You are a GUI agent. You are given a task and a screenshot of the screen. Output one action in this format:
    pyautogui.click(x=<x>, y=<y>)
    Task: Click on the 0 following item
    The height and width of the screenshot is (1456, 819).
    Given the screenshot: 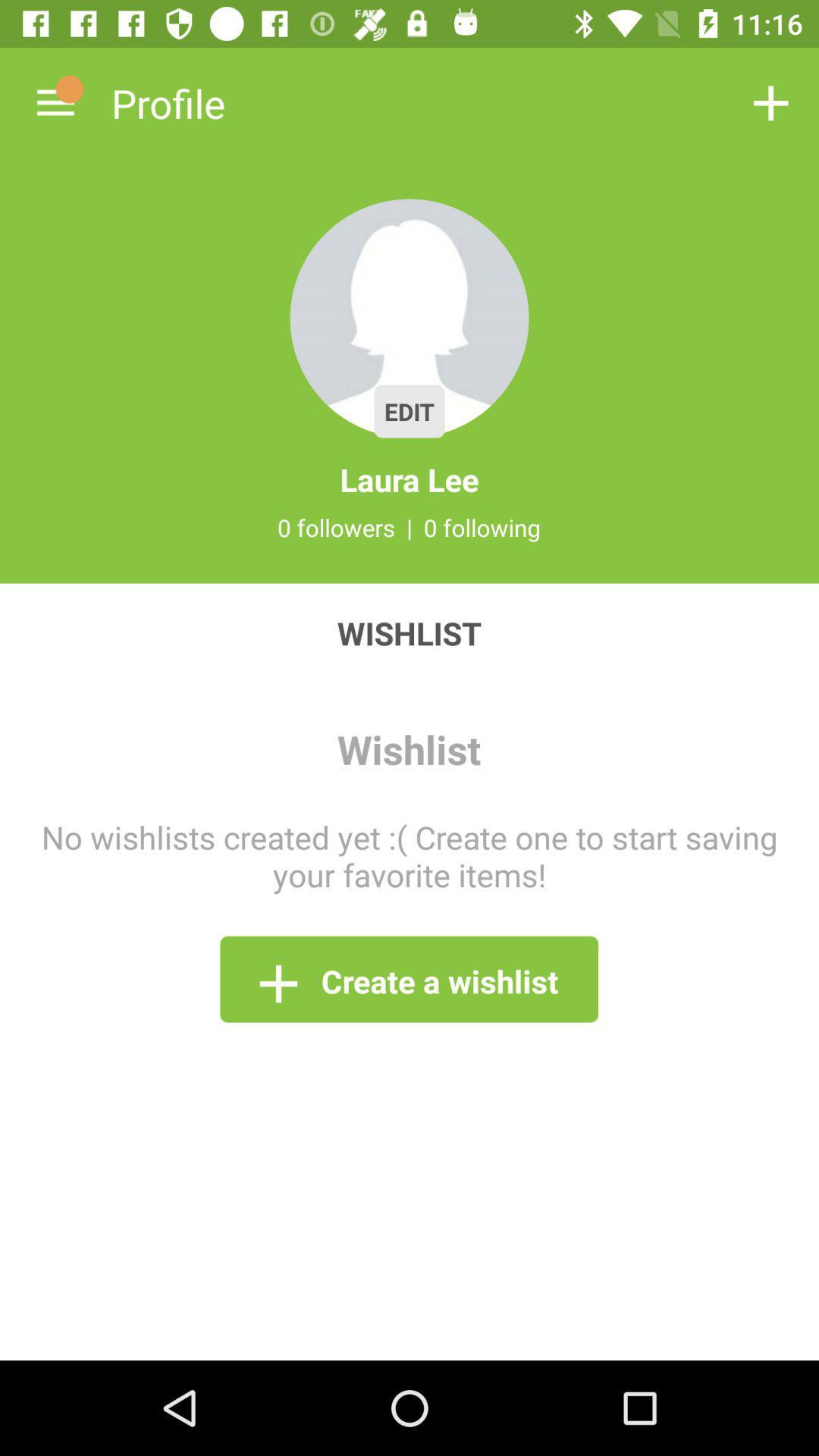 What is the action you would take?
    pyautogui.click(x=482, y=527)
    